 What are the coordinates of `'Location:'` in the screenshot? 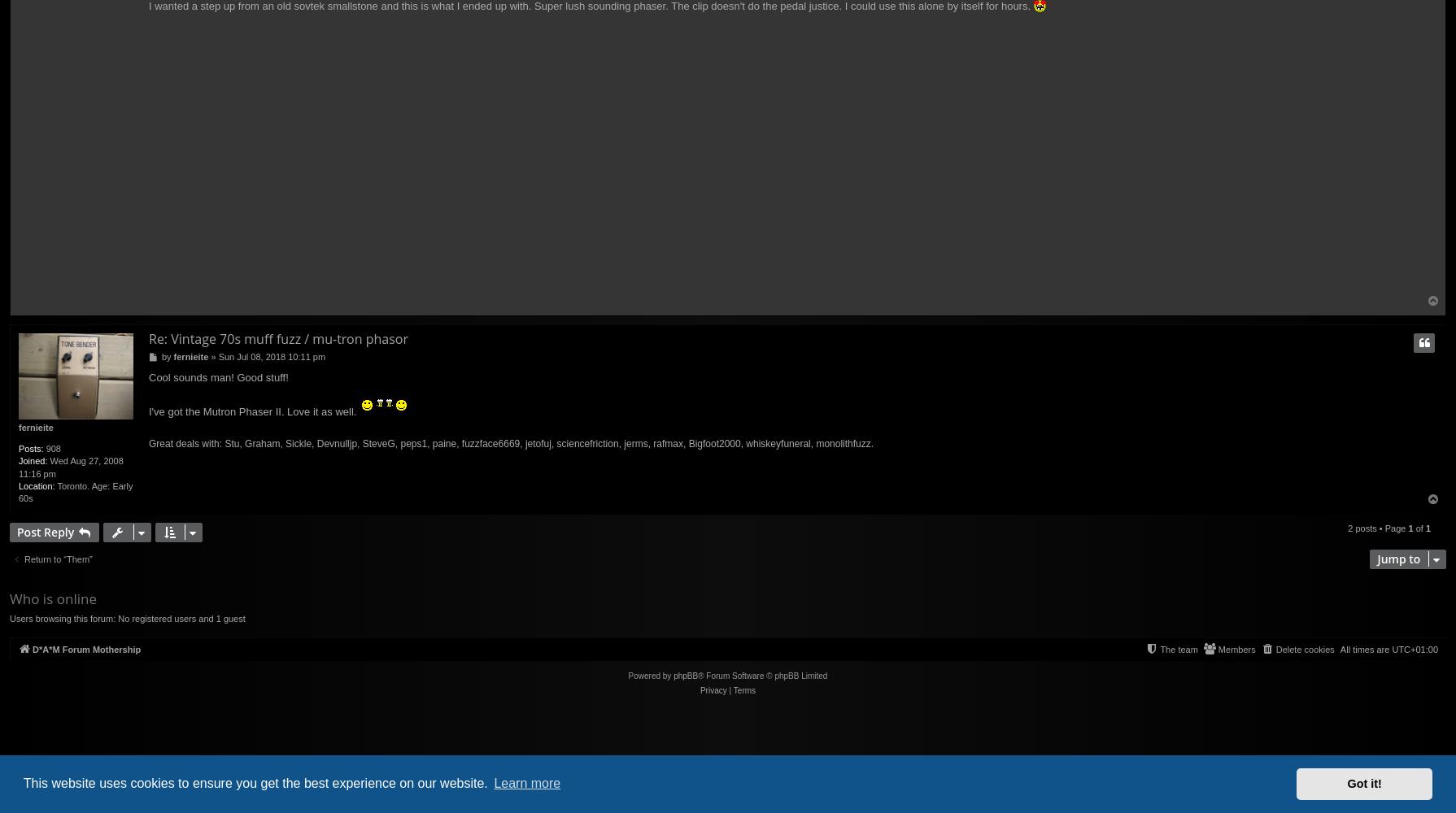 It's located at (36, 485).